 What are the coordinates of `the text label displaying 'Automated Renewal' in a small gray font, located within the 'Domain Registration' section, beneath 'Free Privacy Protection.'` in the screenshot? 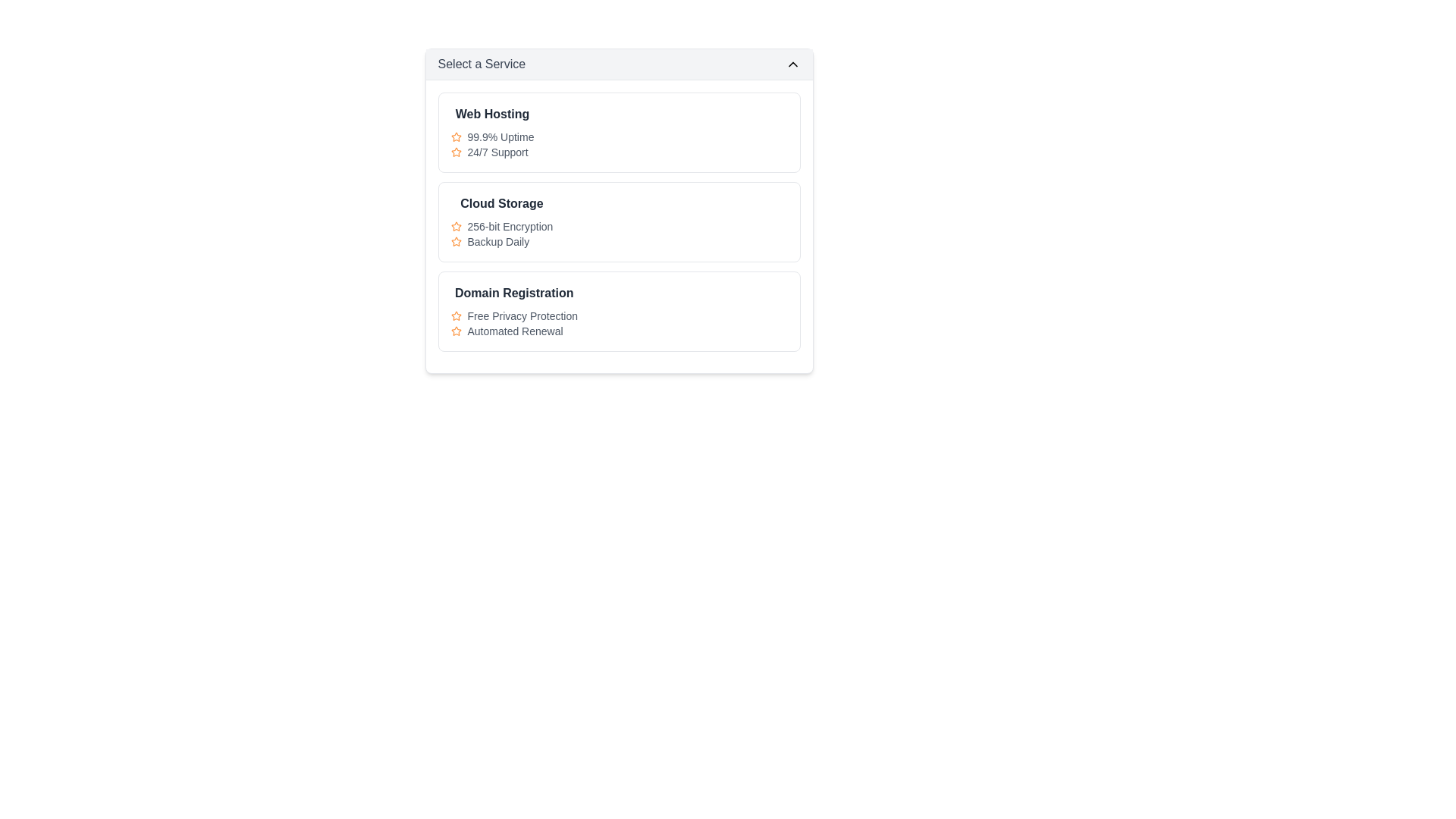 It's located at (514, 330).